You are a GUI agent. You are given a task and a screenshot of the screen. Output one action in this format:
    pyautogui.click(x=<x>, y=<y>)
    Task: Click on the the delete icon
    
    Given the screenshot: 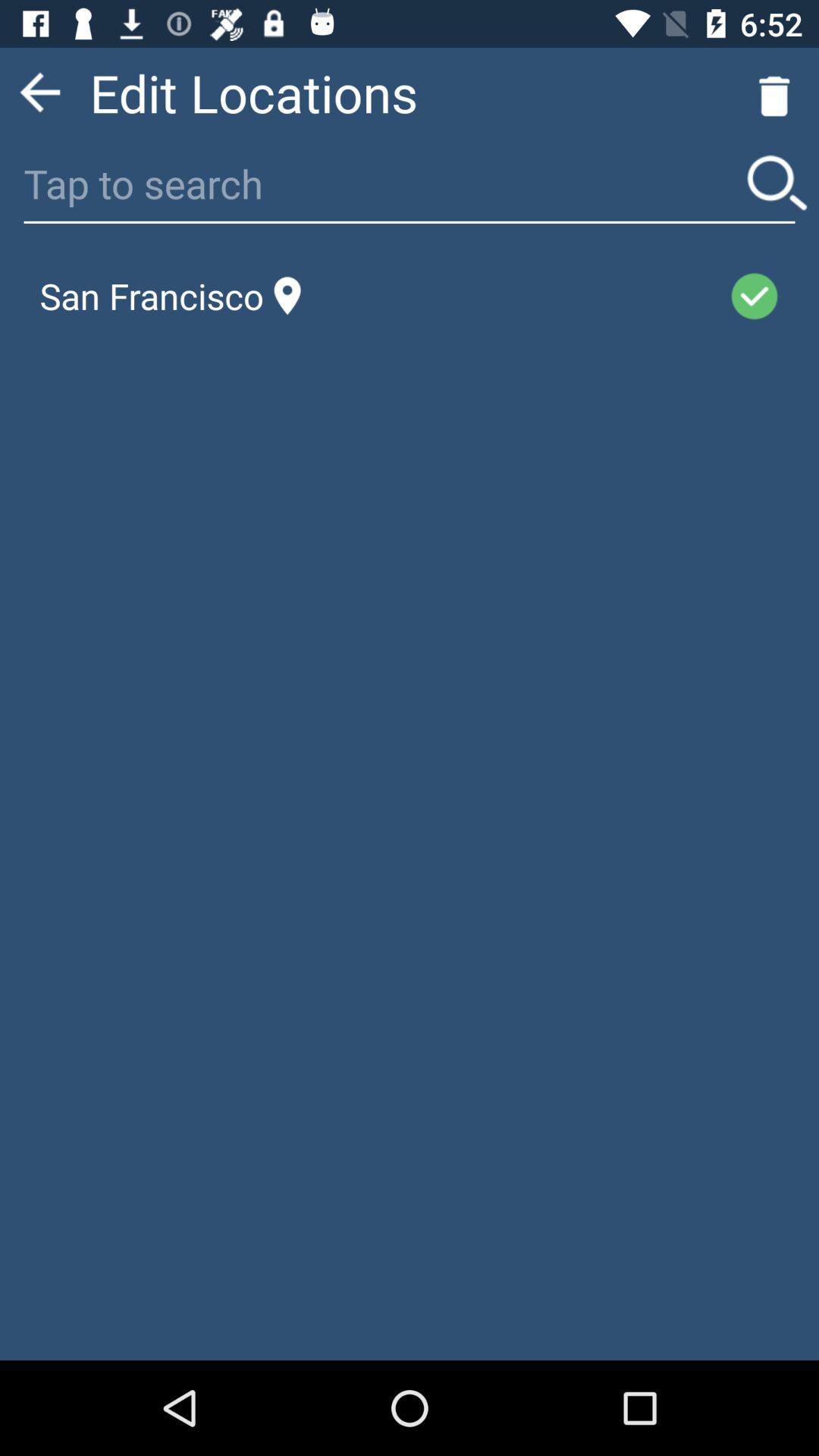 What is the action you would take?
    pyautogui.click(x=774, y=98)
    